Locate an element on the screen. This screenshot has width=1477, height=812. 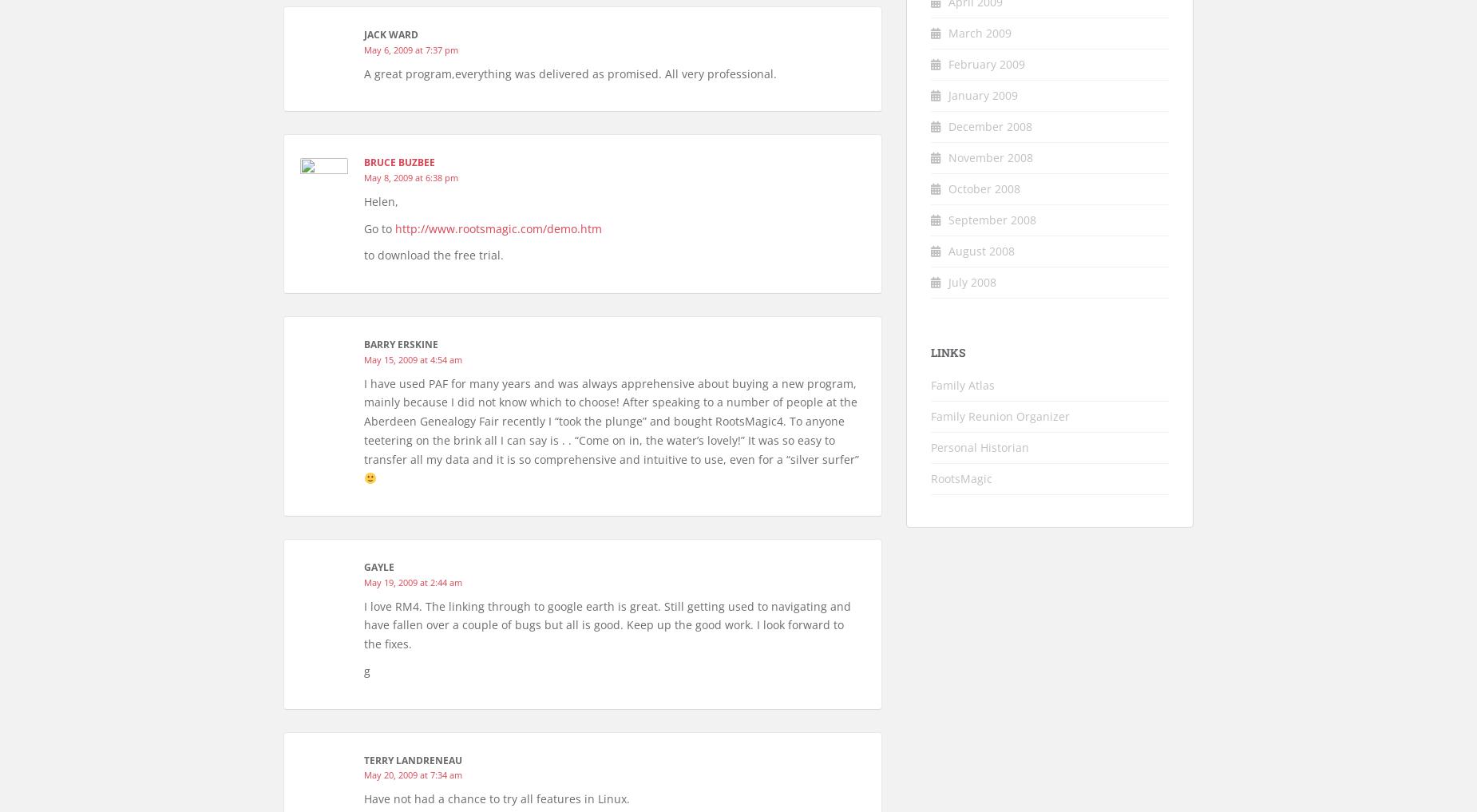
'October 2008' is located at coordinates (948, 187).